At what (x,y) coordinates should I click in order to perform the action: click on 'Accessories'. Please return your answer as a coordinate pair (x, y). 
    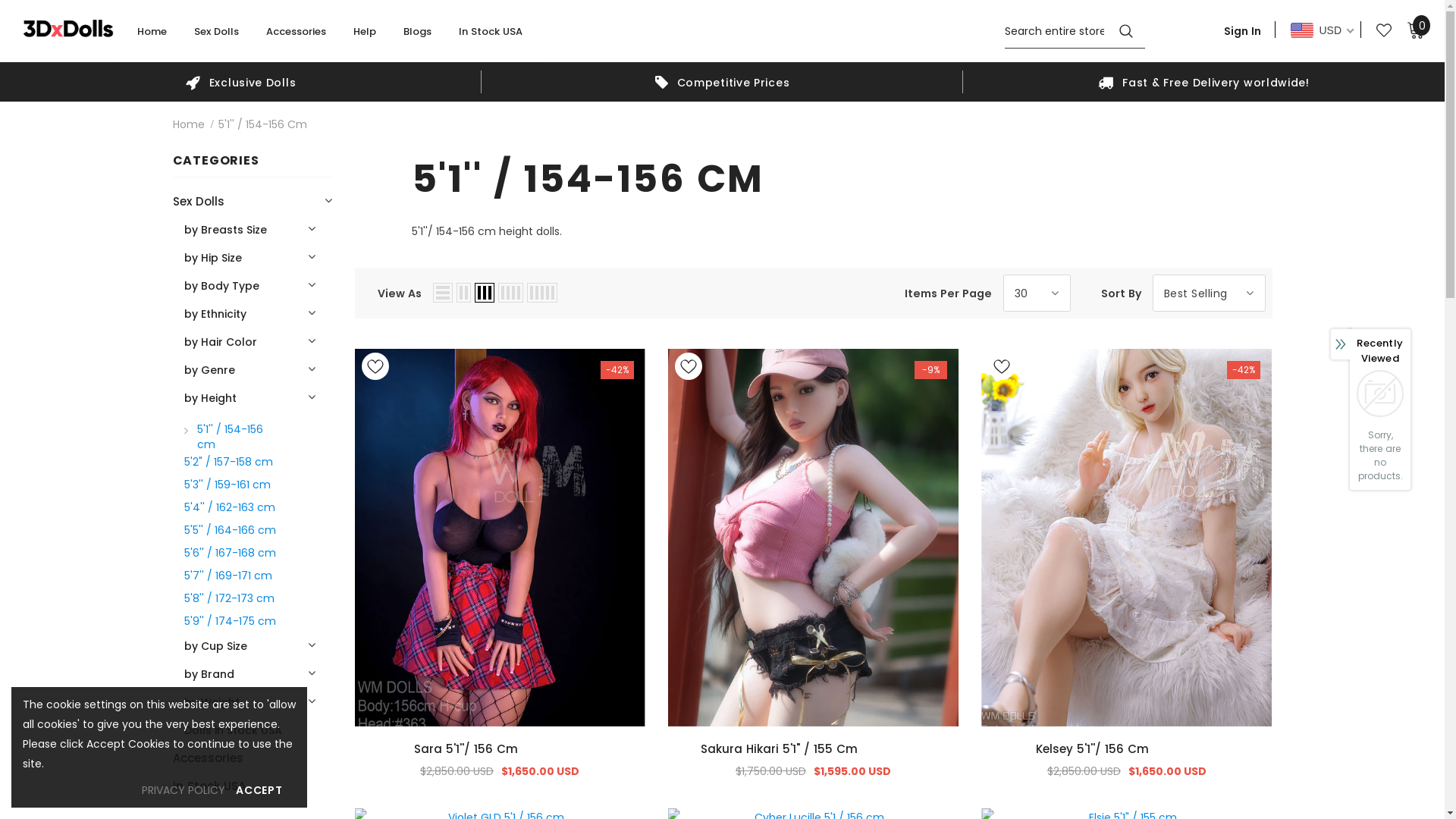
    Looking at the image, I should click on (207, 758).